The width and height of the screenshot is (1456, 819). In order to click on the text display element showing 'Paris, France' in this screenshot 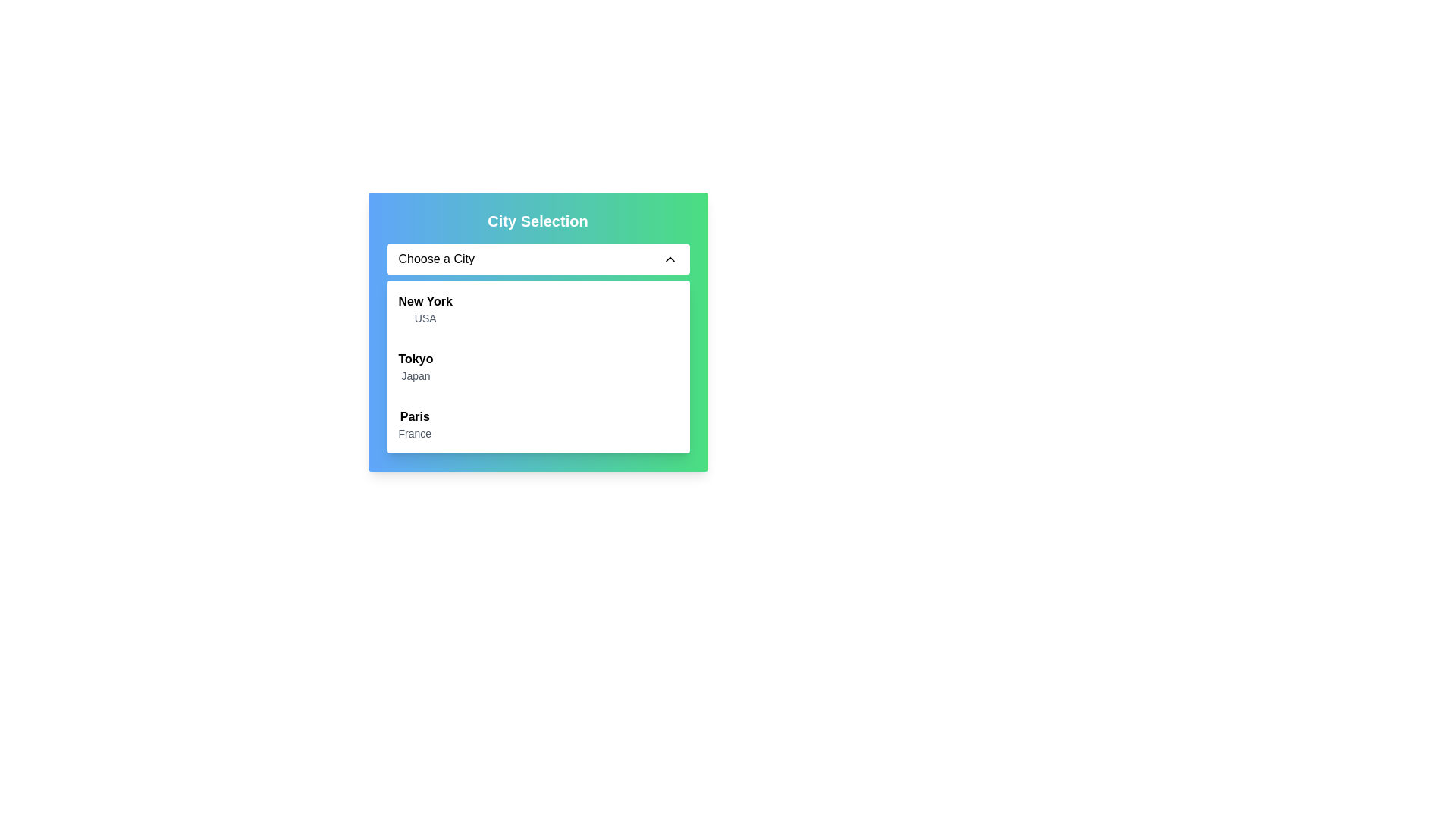, I will do `click(415, 424)`.